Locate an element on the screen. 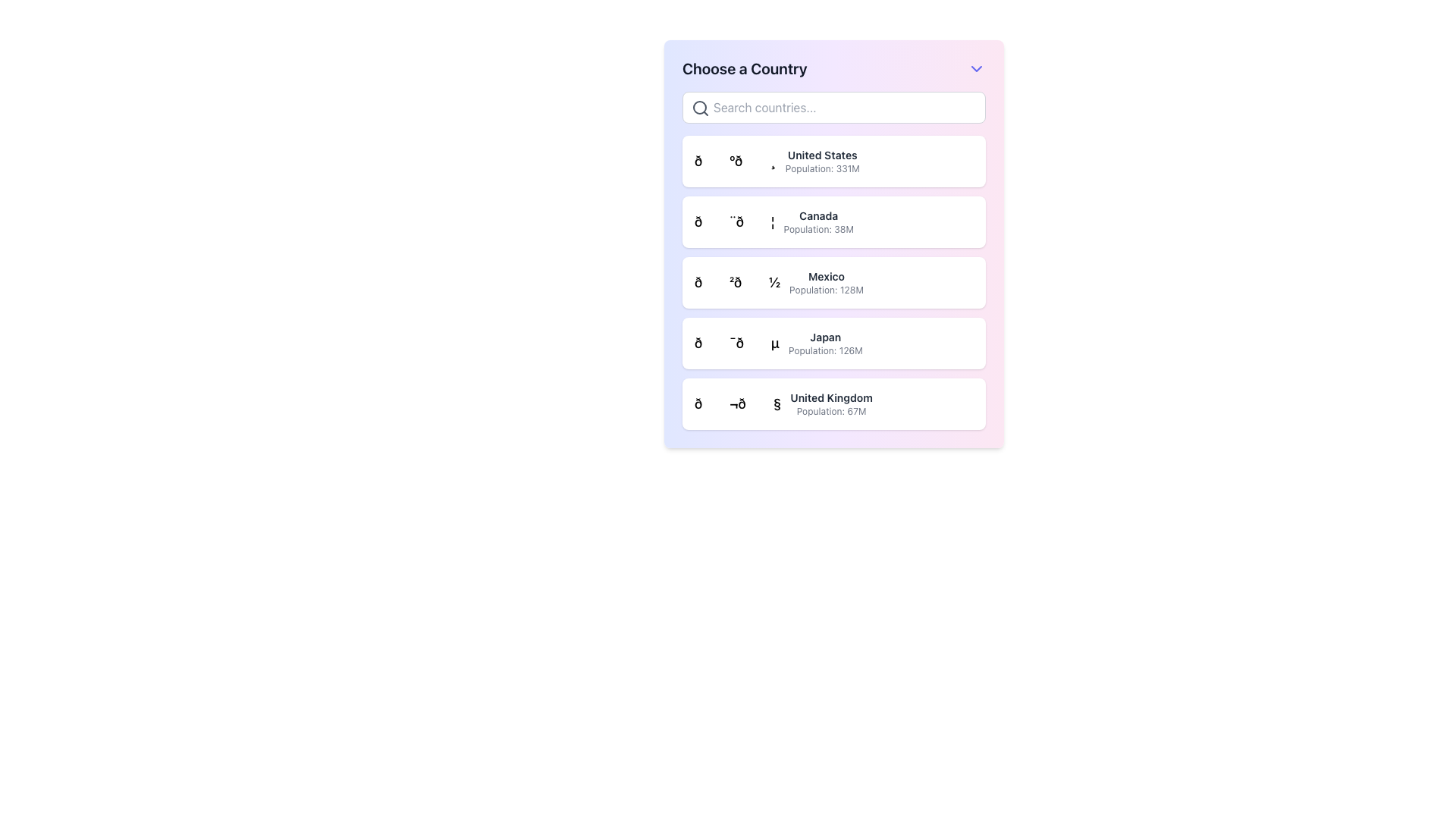 Image resolution: width=1456 pixels, height=819 pixels. the emoji flag representing the country in the list of country entries, specifically located under the 'United States' entry is located at coordinates (735, 161).